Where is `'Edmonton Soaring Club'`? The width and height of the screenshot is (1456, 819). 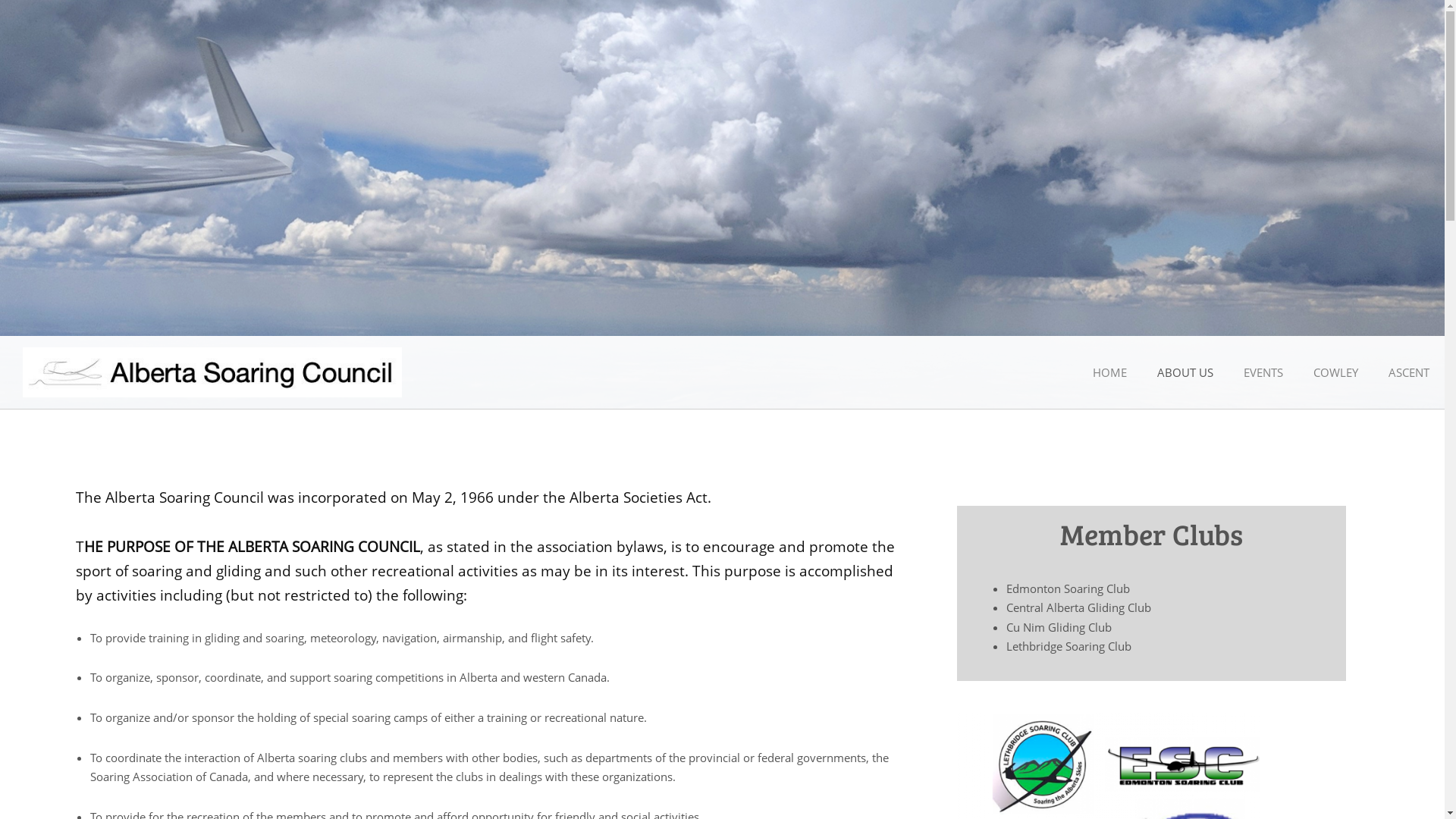
'Edmonton Soaring Club' is located at coordinates (1067, 587).